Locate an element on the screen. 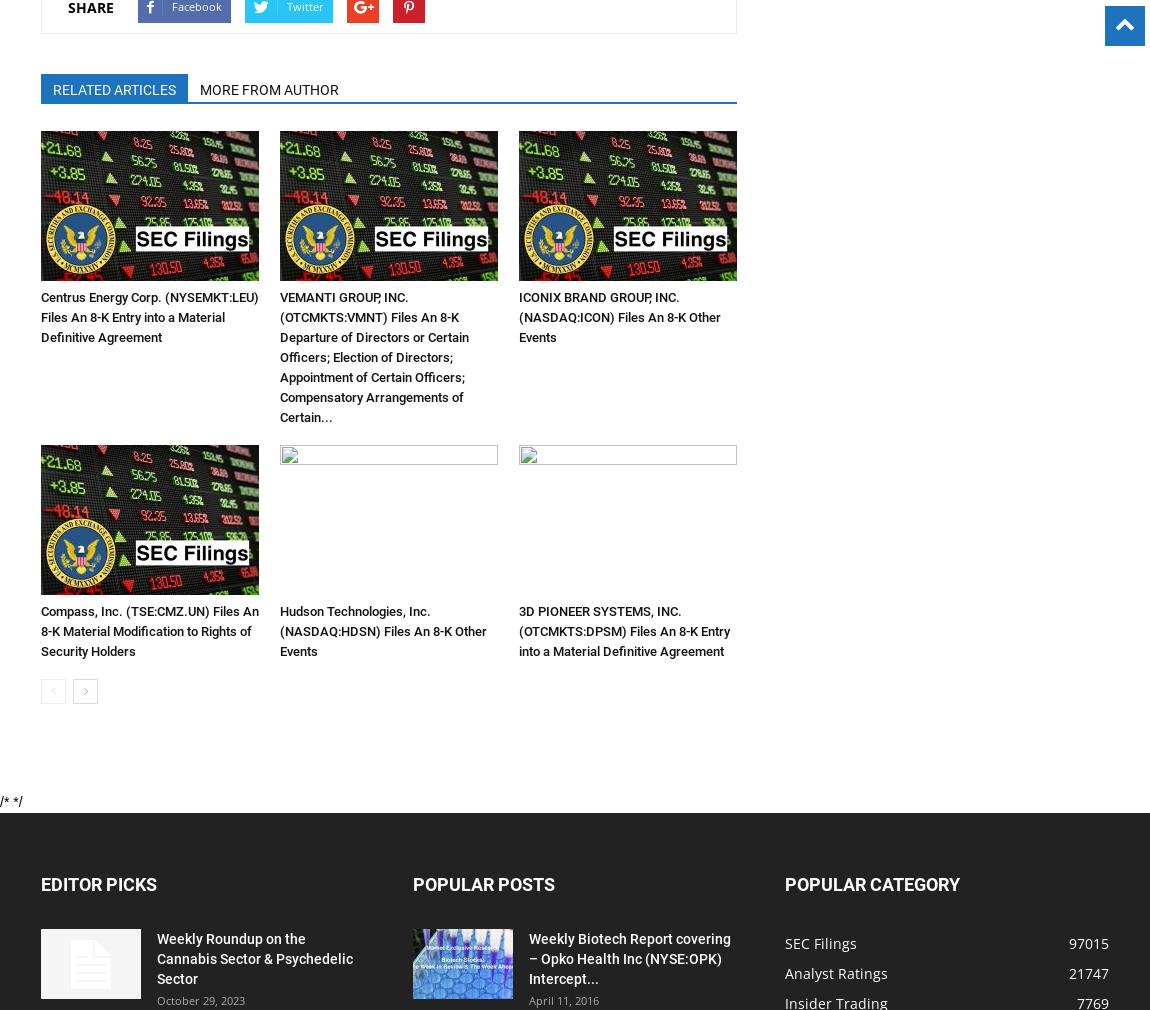 The height and width of the screenshot is (1010, 1150). '3D PIONEER SYSTEMS, INC. (OTCMKTS:DPSM) Files An 8-K Entry into a Material Definitive Agreement' is located at coordinates (623, 630).